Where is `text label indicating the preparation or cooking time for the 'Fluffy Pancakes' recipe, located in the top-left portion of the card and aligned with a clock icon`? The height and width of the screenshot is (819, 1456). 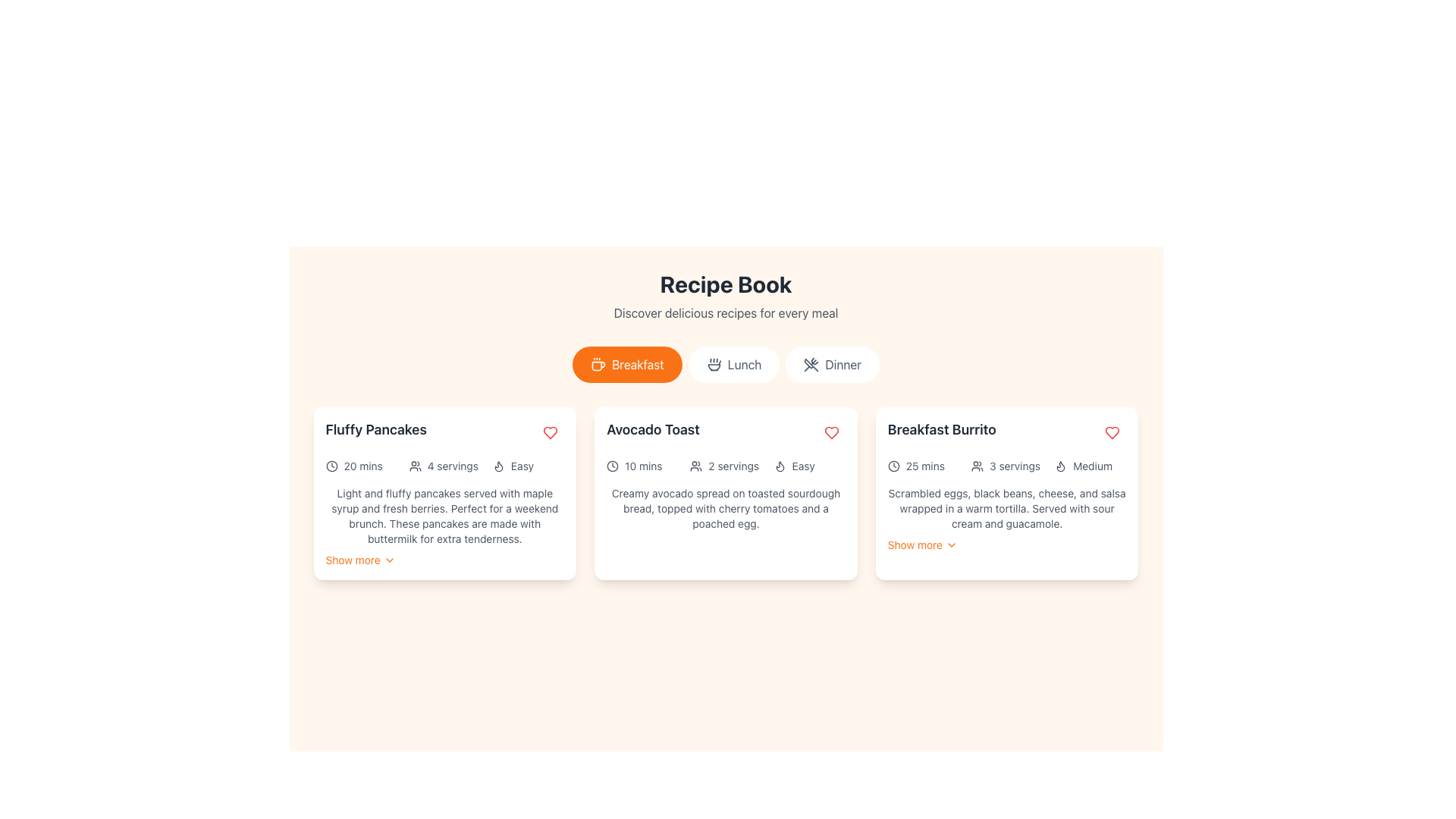 text label indicating the preparation or cooking time for the 'Fluffy Pancakes' recipe, located in the top-left portion of the card and aligned with a clock icon is located at coordinates (362, 465).